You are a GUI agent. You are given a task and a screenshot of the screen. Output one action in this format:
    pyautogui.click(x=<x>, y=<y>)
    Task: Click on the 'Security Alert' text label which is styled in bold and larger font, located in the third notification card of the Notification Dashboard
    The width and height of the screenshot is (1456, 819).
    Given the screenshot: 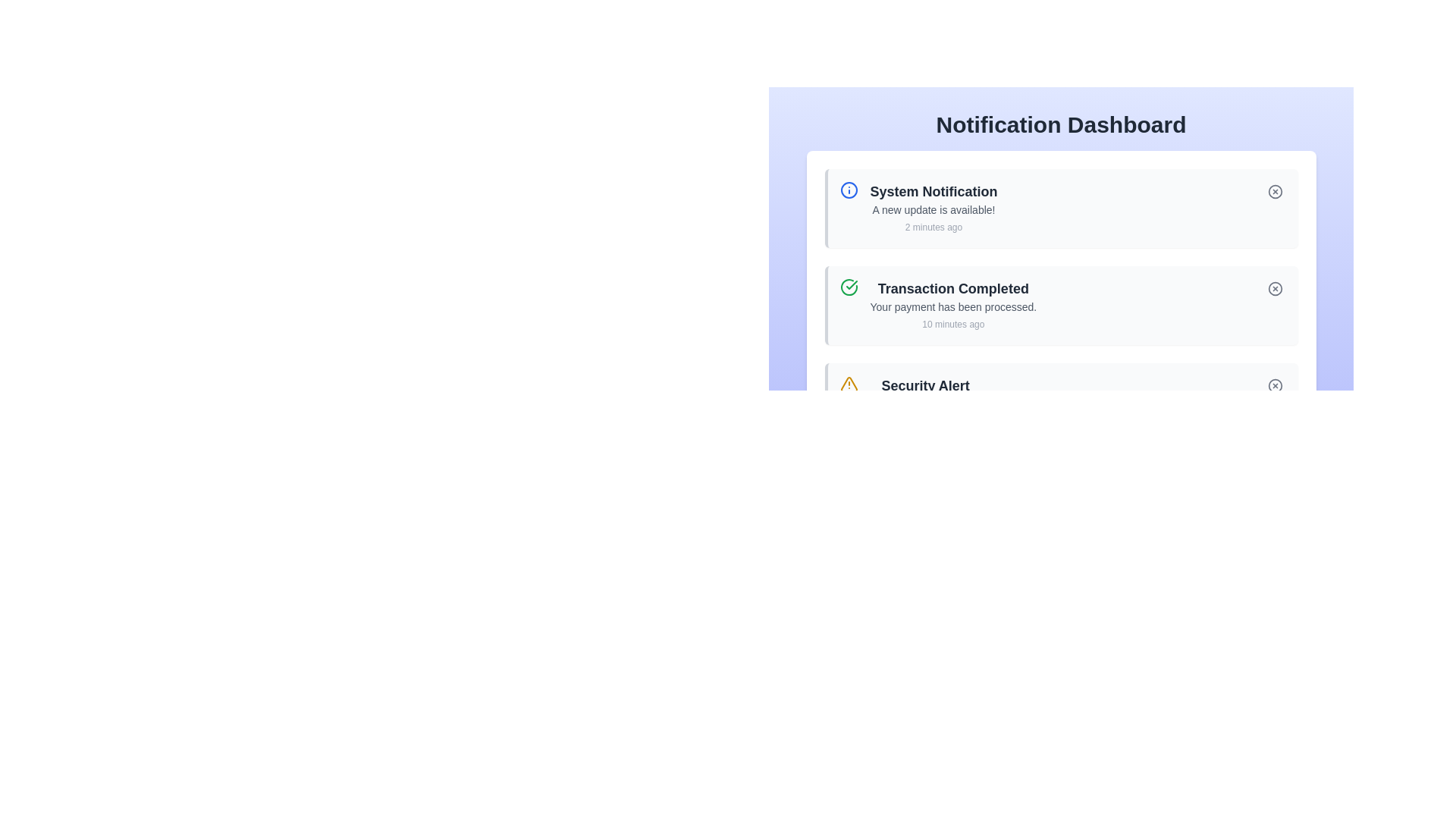 What is the action you would take?
    pyautogui.click(x=924, y=385)
    